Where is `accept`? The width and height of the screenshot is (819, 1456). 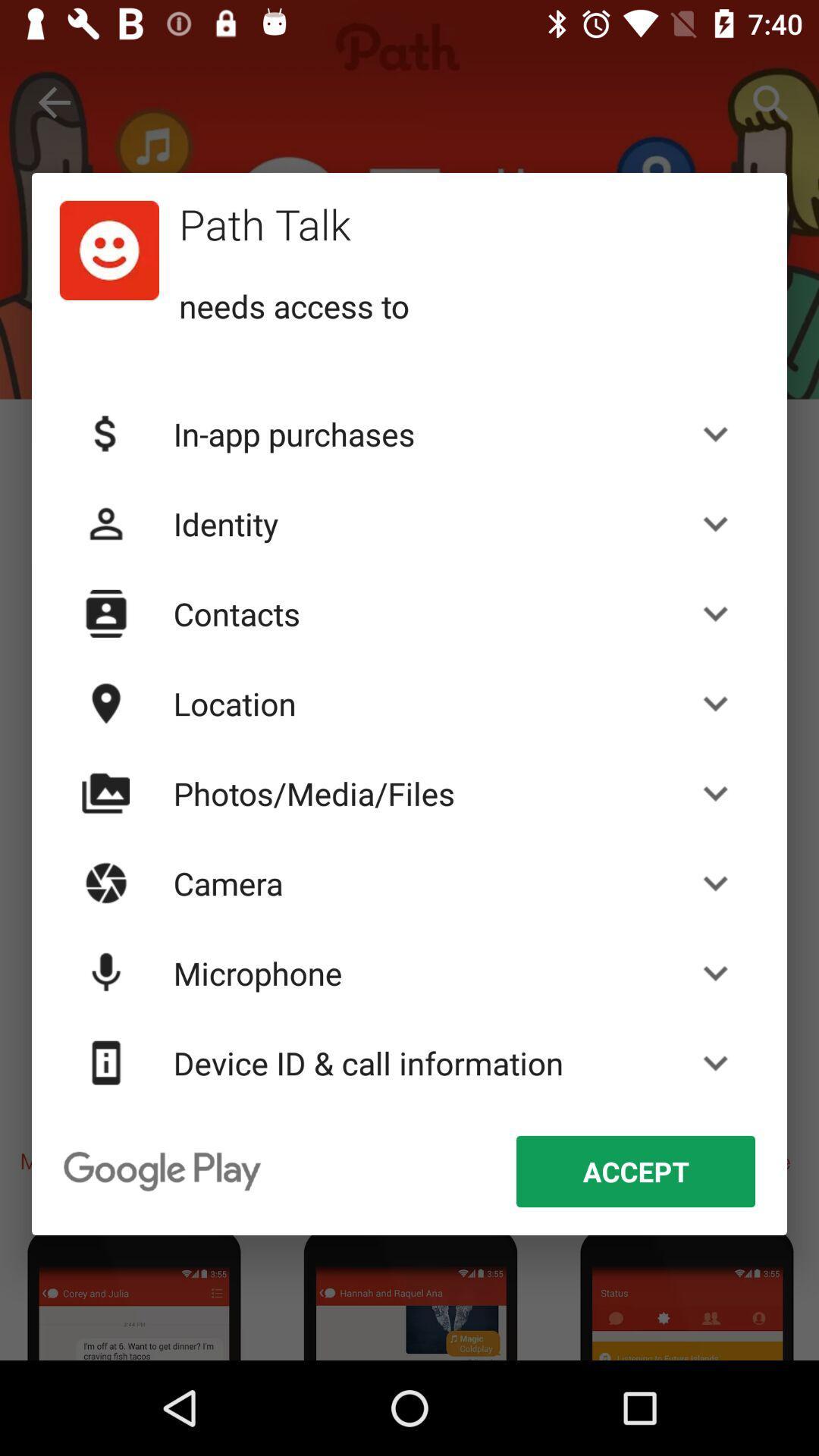 accept is located at coordinates (635, 1171).